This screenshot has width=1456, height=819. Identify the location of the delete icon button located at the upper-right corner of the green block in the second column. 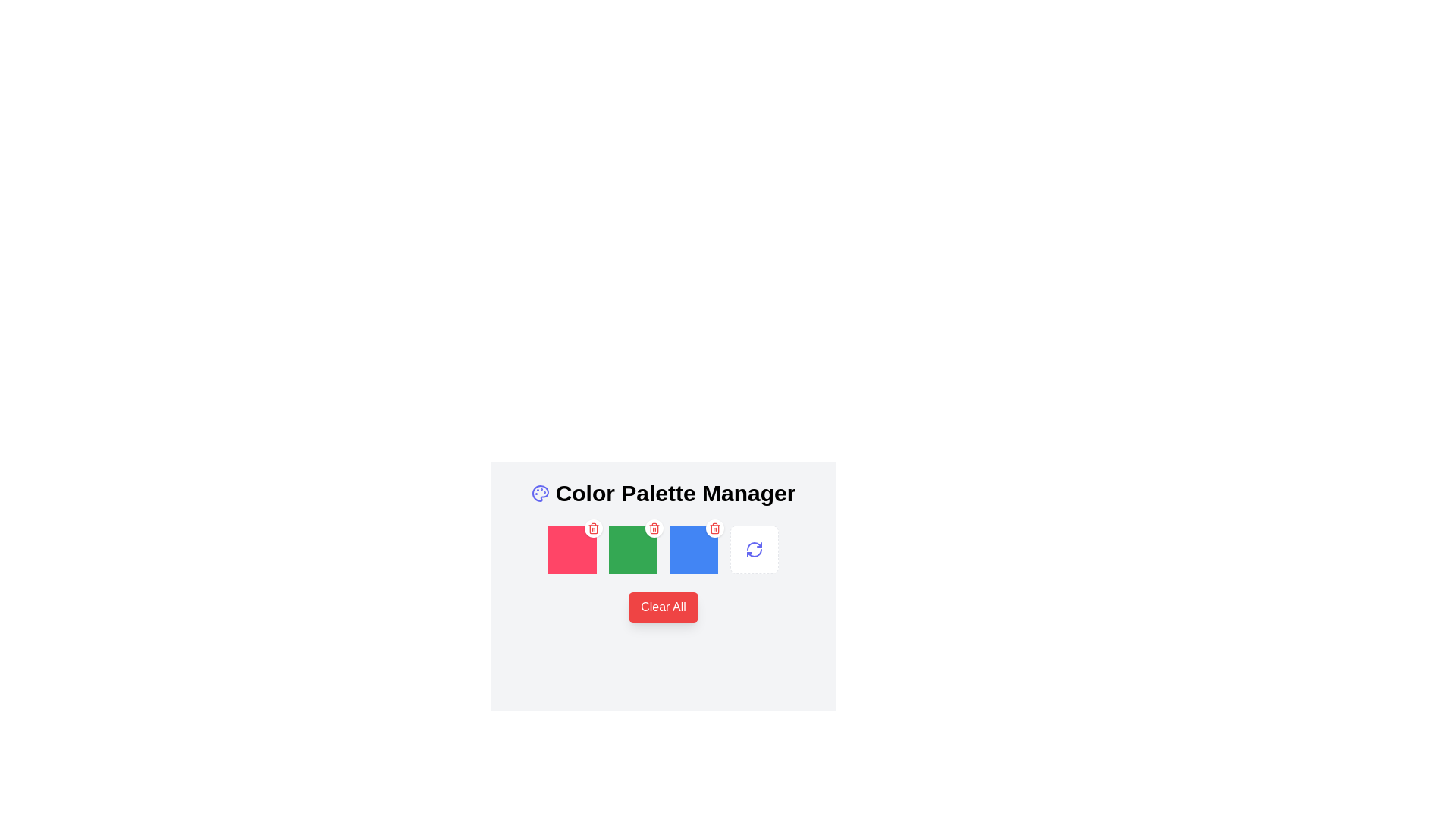
(592, 528).